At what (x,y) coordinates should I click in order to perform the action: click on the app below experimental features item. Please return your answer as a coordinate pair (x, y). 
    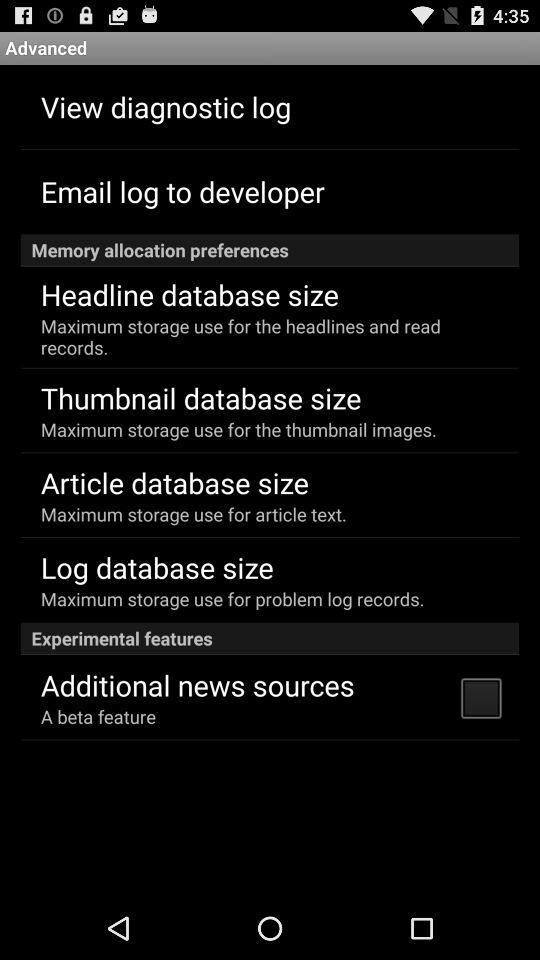
    Looking at the image, I should click on (197, 684).